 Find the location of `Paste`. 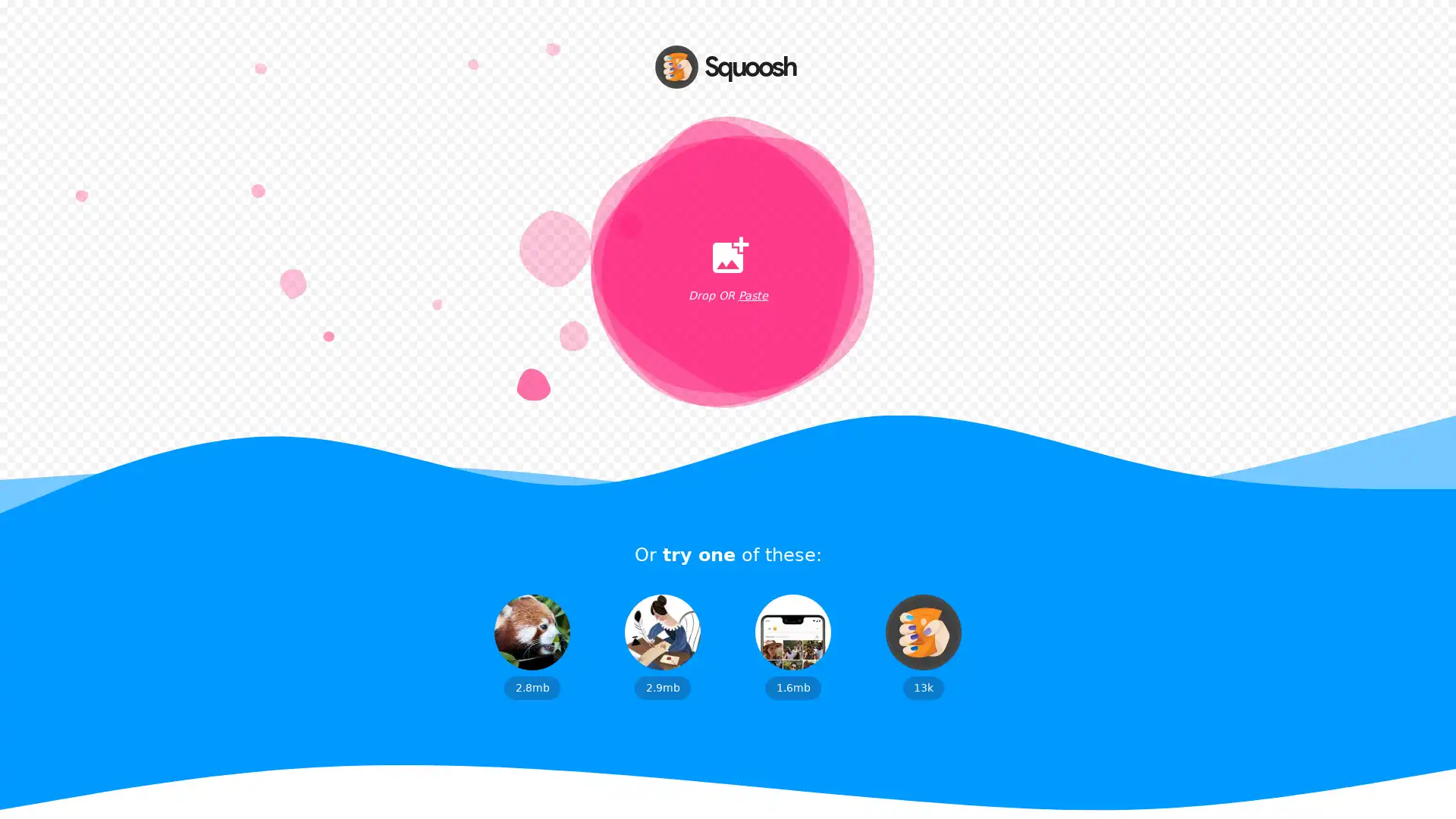

Paste is located at coordinates (752, 296).